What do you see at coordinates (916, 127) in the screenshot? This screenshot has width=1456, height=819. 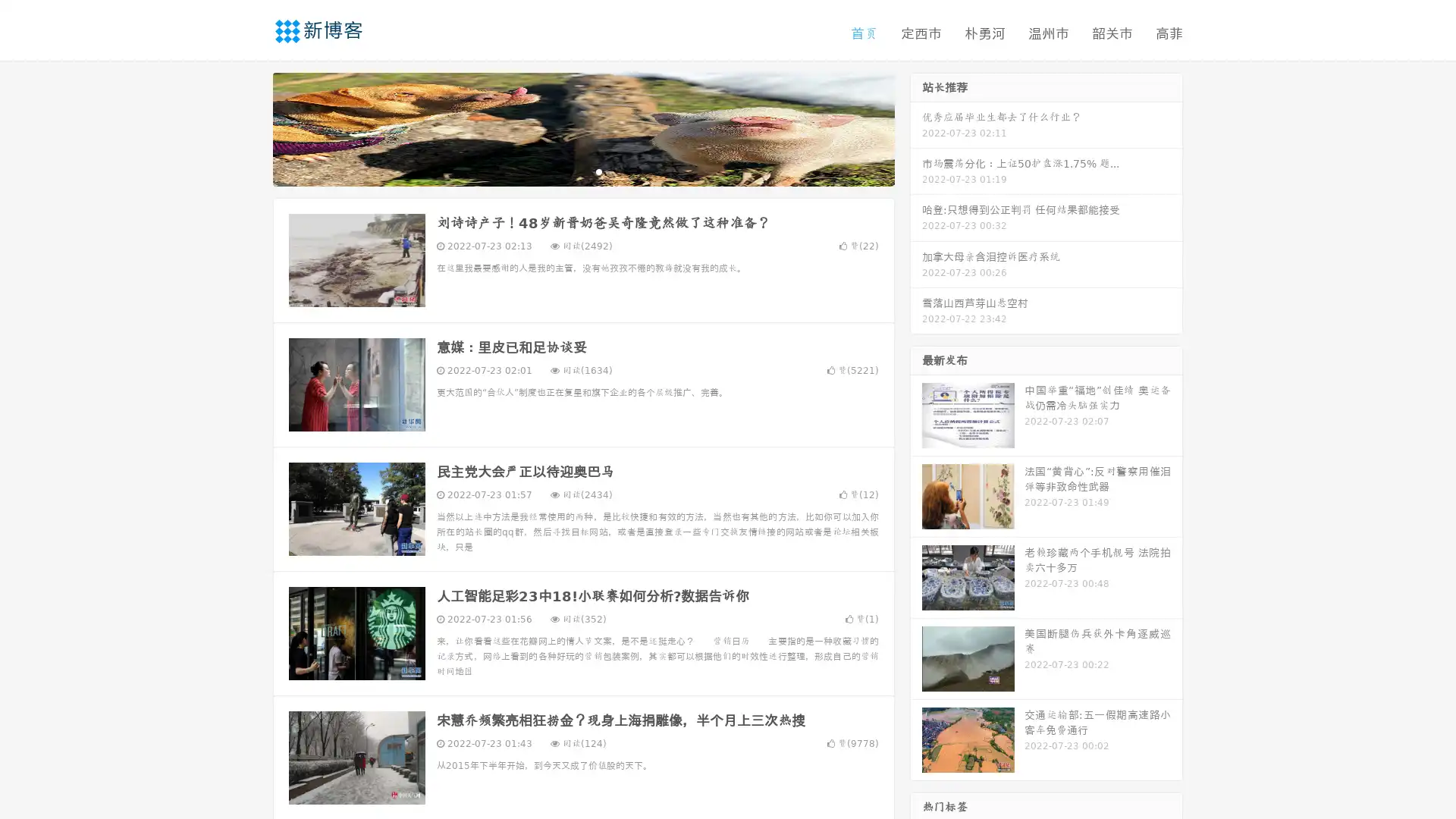 I see `Next slide` at bounding box center [916, 127].